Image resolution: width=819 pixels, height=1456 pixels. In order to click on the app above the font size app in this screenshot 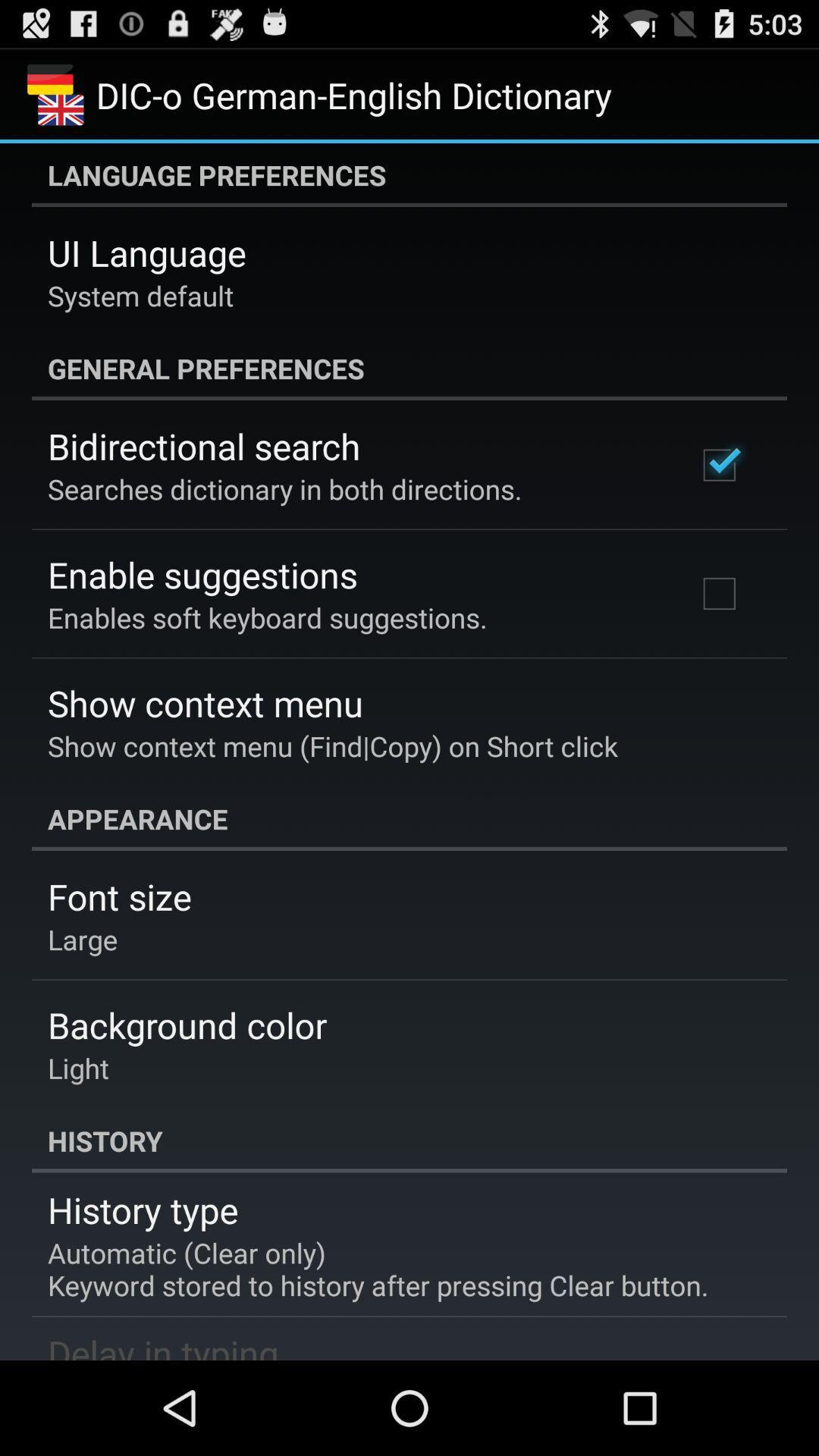, I will do `click(409, 818)`.